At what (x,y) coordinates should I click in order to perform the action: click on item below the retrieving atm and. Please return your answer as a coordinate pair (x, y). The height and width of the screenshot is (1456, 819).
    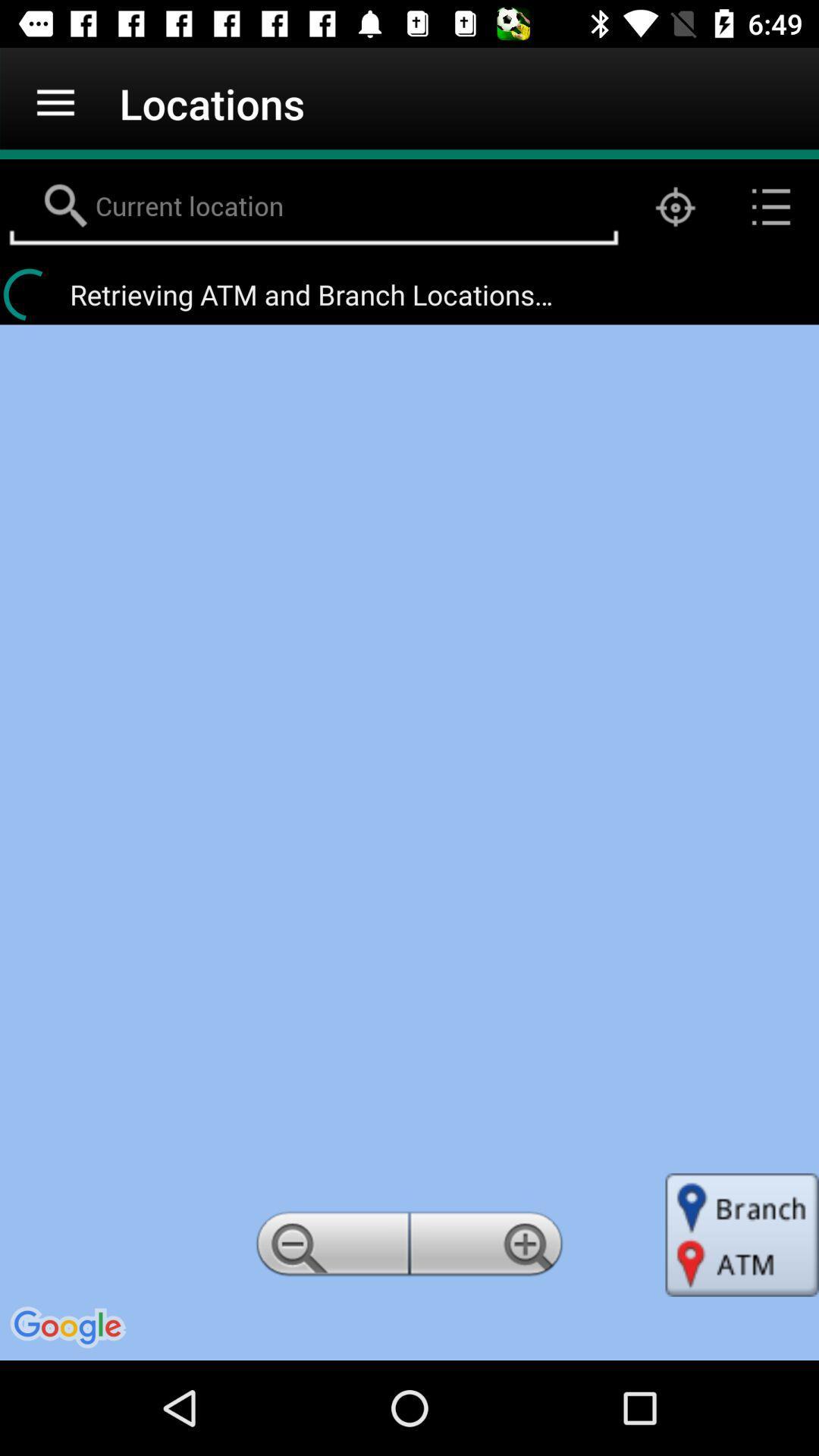
    Looking at the image, I should click on (329, 1248).